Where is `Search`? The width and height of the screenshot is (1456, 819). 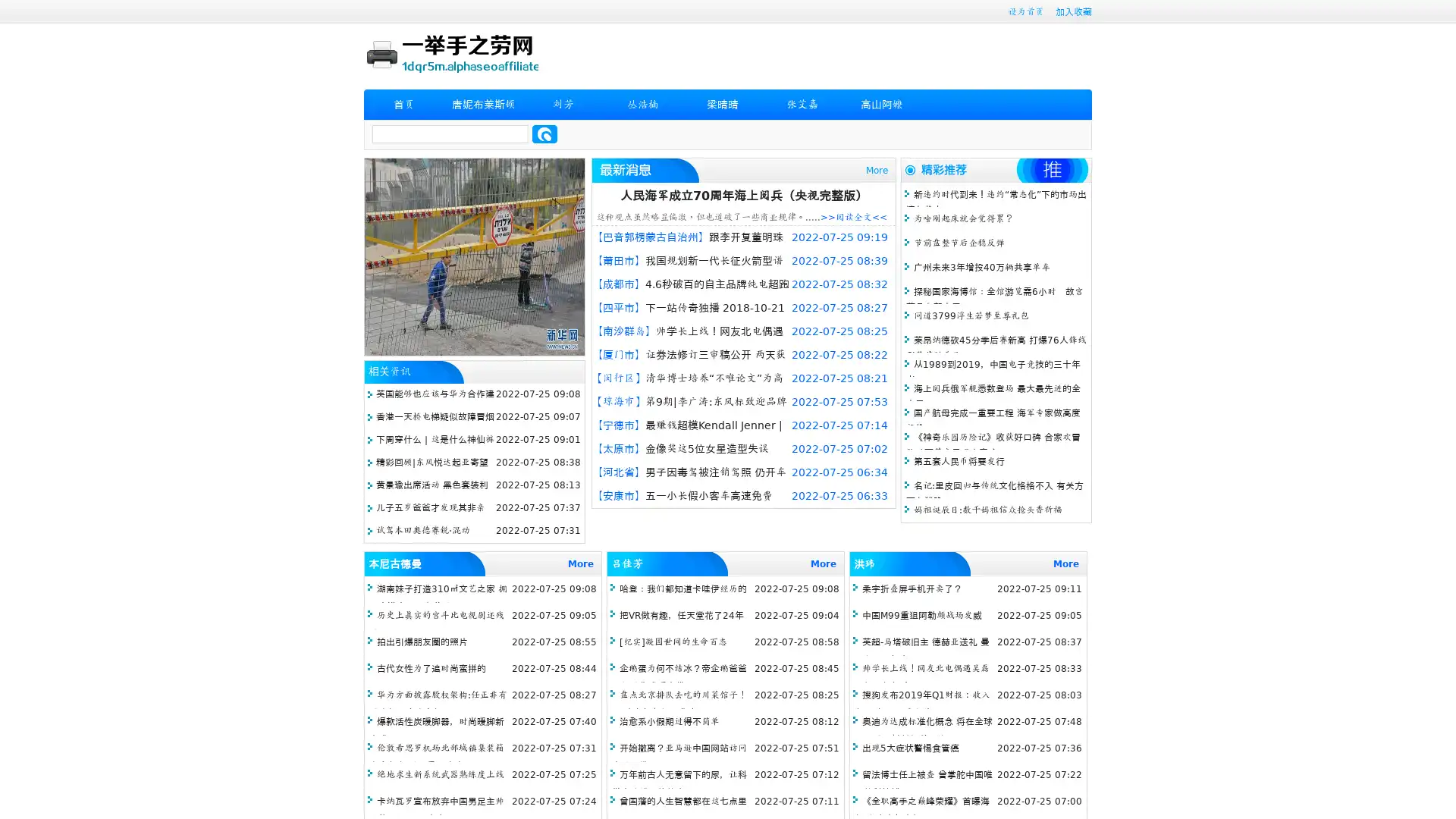
Search is located at coordinates (544, 133).